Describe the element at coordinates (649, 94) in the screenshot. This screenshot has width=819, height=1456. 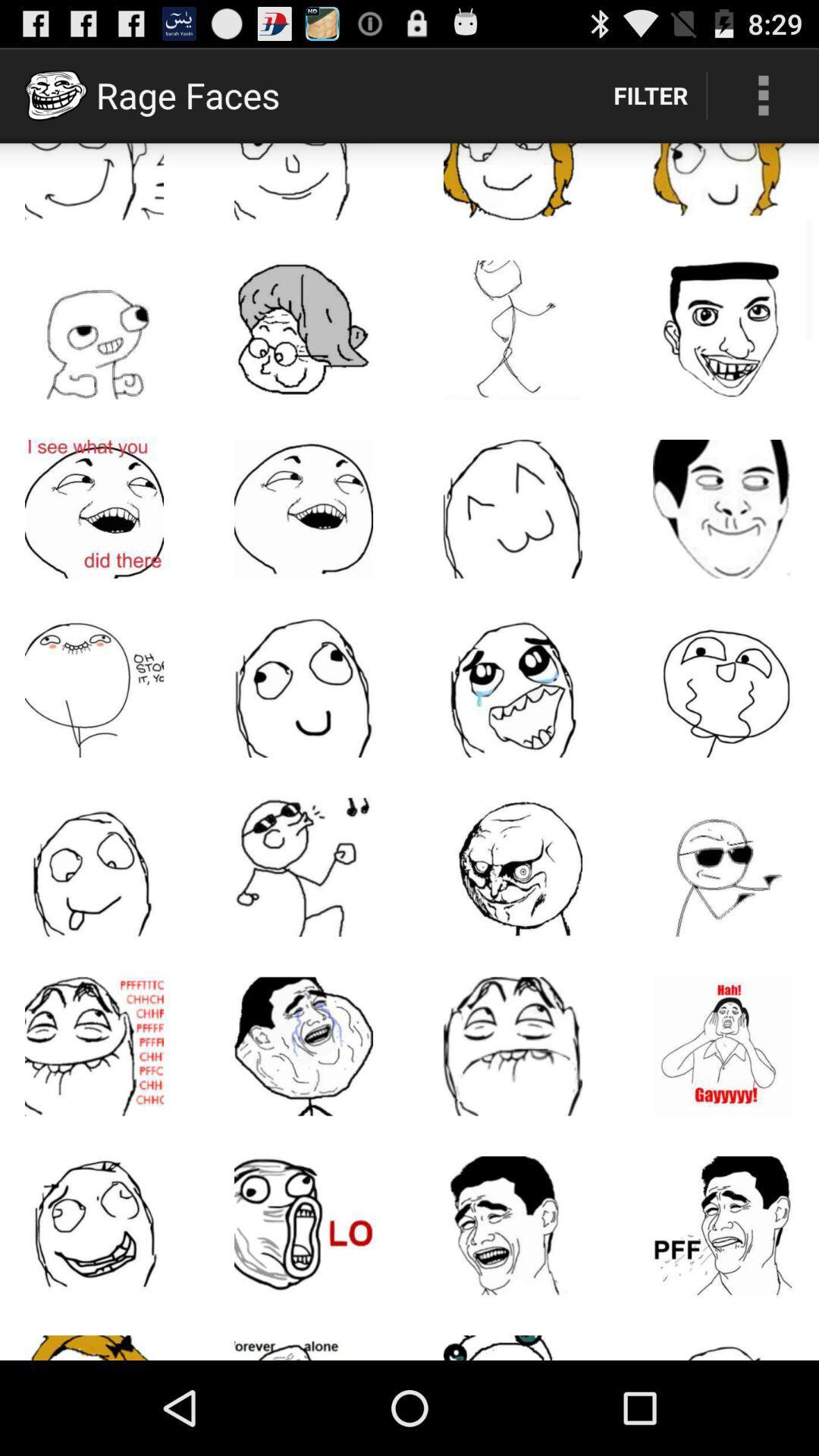
I see `filter item` at that location.